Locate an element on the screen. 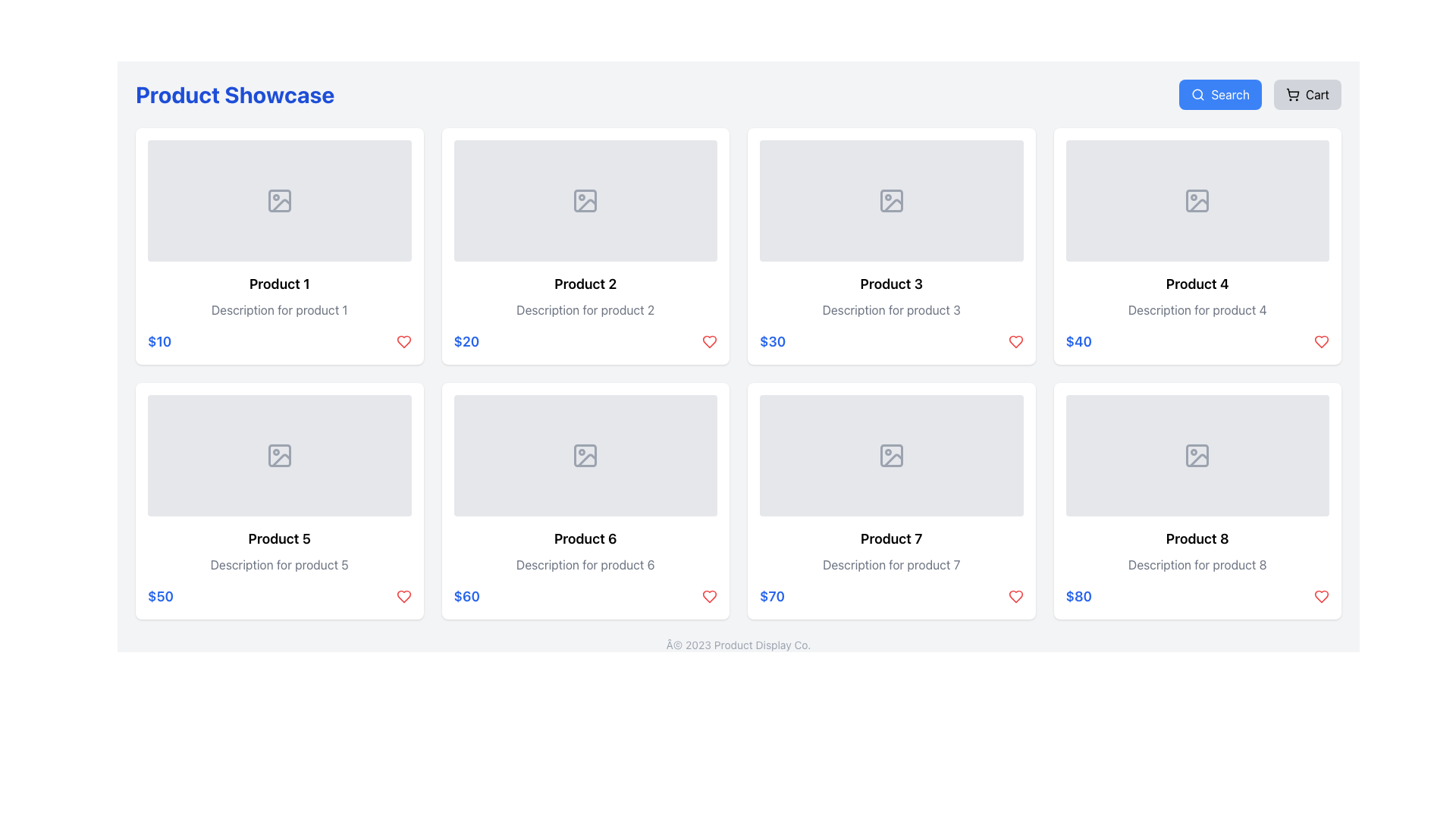 Image resolution: width=1456 pixels, height=819 pixels. the image placeholder in the 'Product 2' card, which has a light gray background and a photo symbol icon is located at coordinates (585, 200).